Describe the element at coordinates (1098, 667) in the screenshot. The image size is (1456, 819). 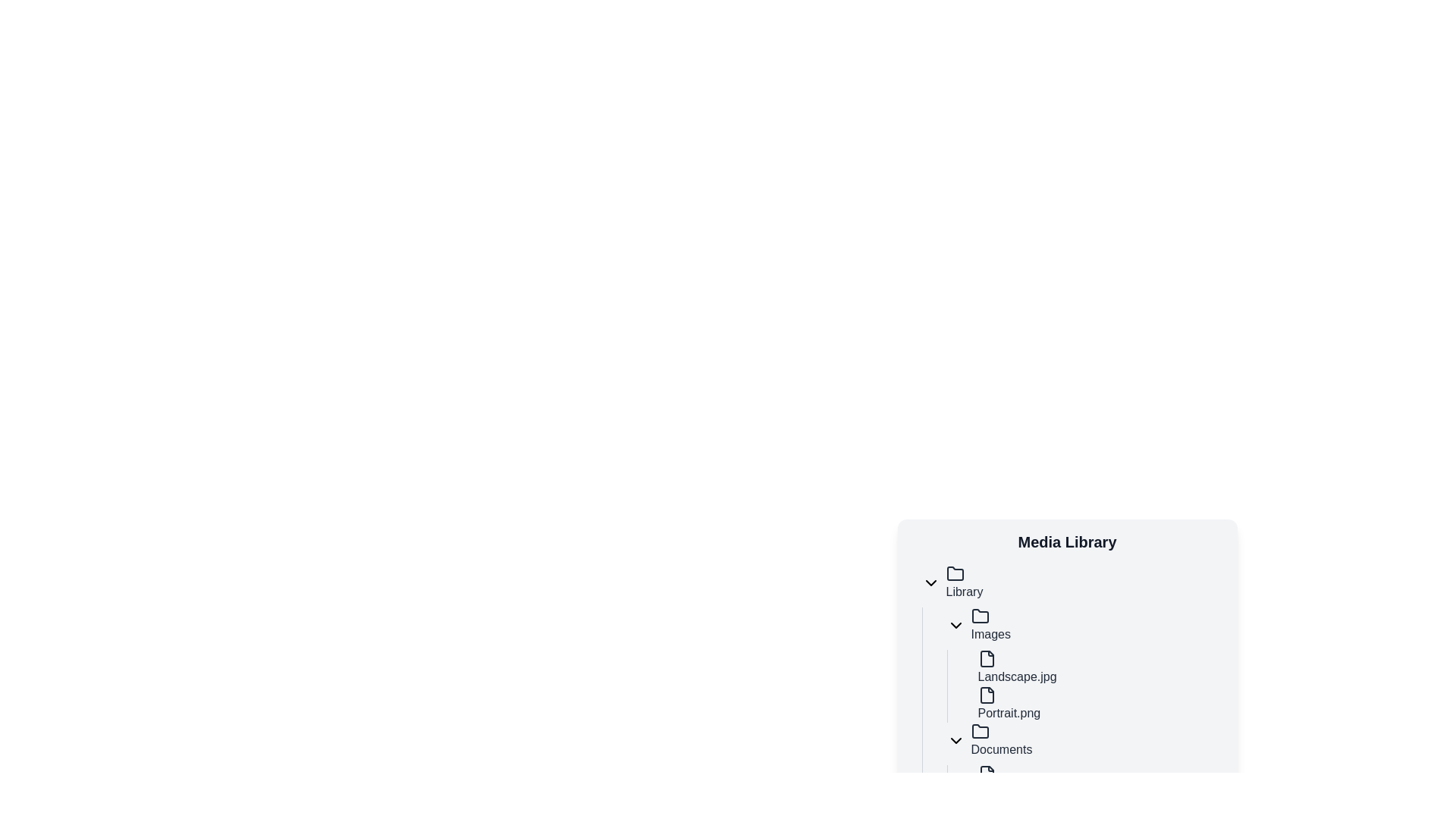
I see `the file entry named 'Landscape.jpg' located under the 'Media Library' panel in the 'Images' directory` at that location.